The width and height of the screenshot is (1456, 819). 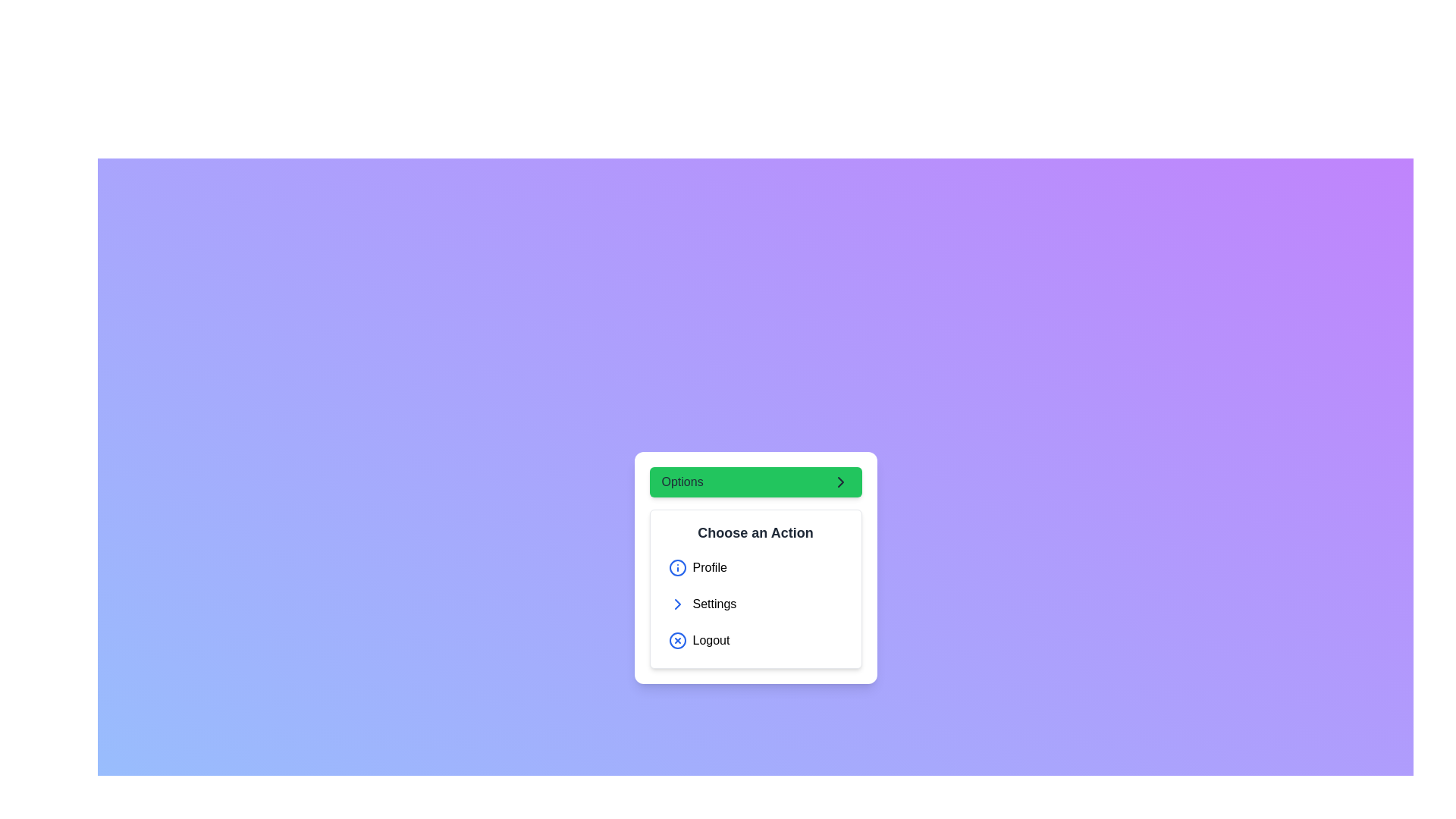 I want to click on the second button in the vertical list of menu options within the rounded white card, so click(x=755, y=604).